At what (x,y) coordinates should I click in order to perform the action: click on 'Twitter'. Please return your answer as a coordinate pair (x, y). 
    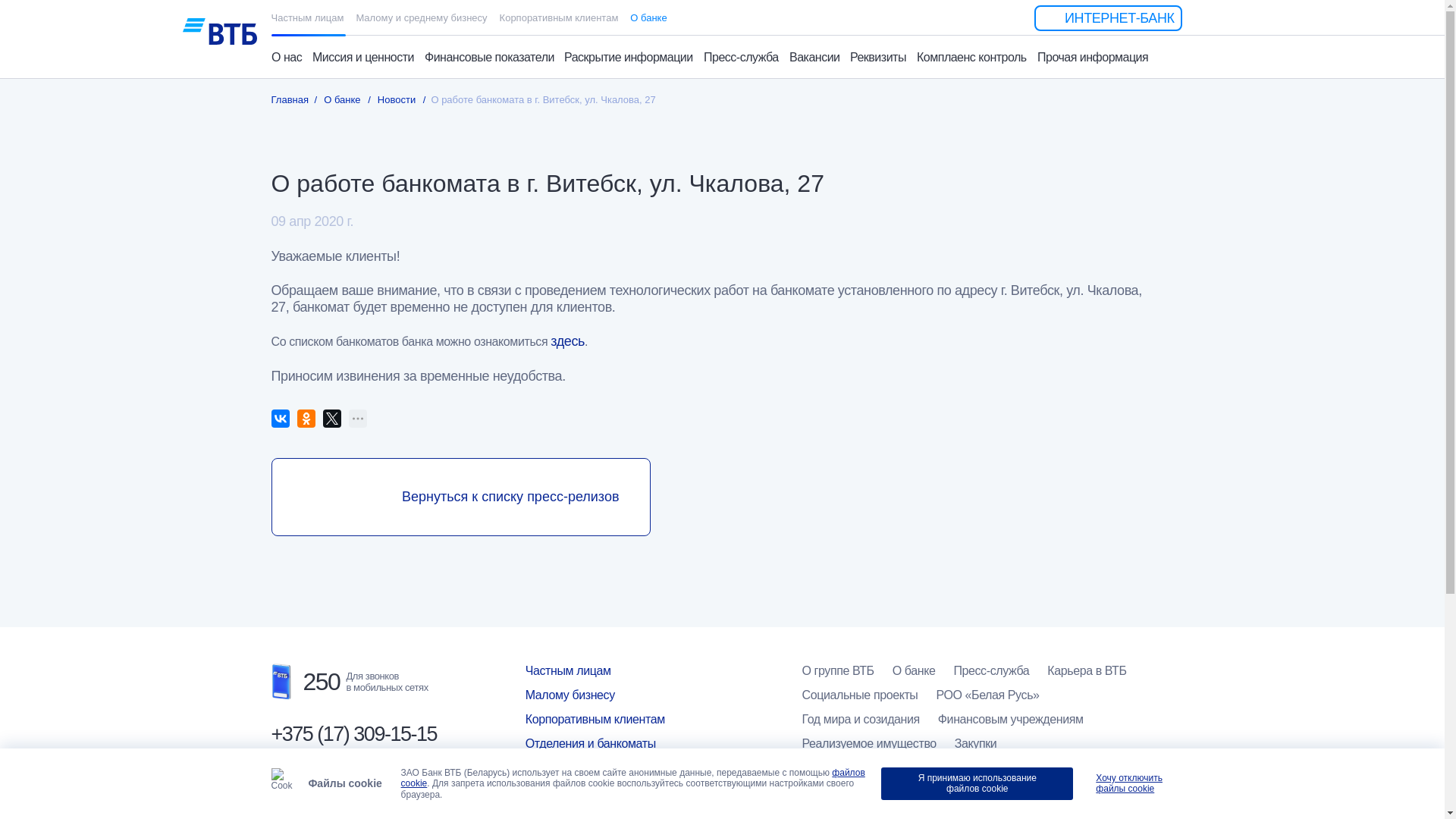
    Looking at the image, I should click on (331, 418).